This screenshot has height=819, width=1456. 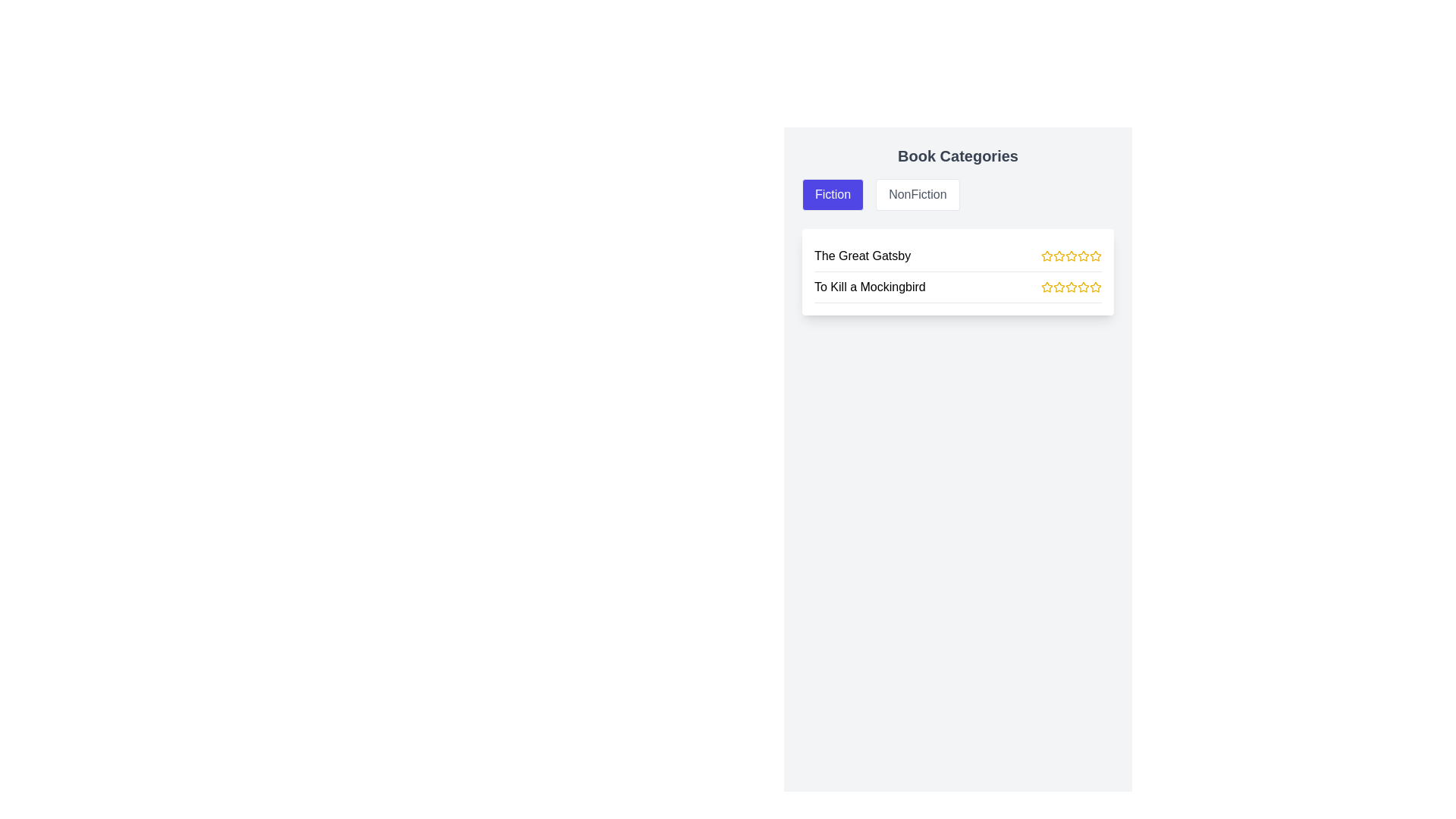 What do you see at coordinates (1070, 287) in the screenshot?
I see `the fourth rating star icon associated with the book 'To Kill a Mockingbird' for interaction` at bounding box center [1070, 287].